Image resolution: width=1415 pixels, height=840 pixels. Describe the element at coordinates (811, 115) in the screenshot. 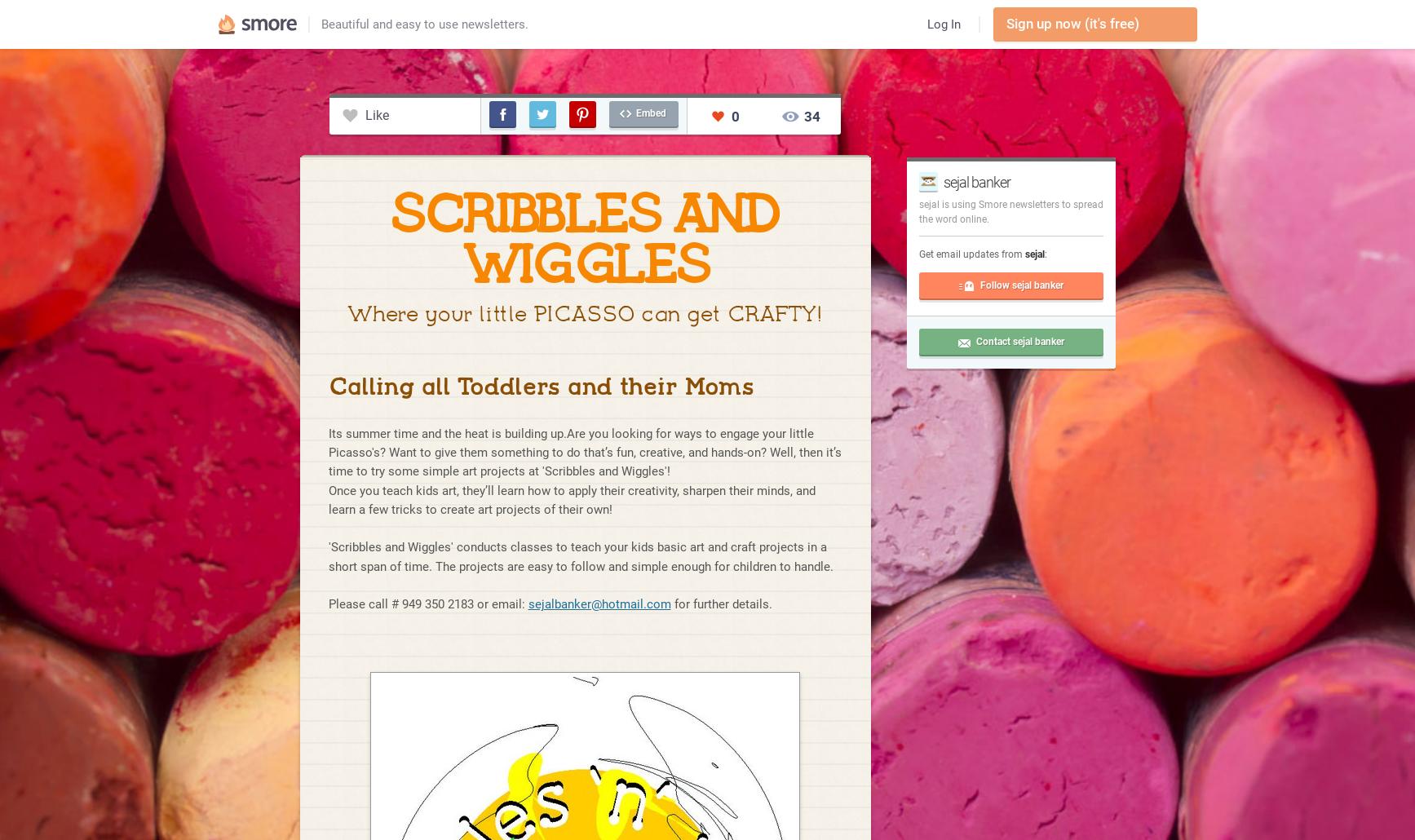

I see `'34'` at that location.